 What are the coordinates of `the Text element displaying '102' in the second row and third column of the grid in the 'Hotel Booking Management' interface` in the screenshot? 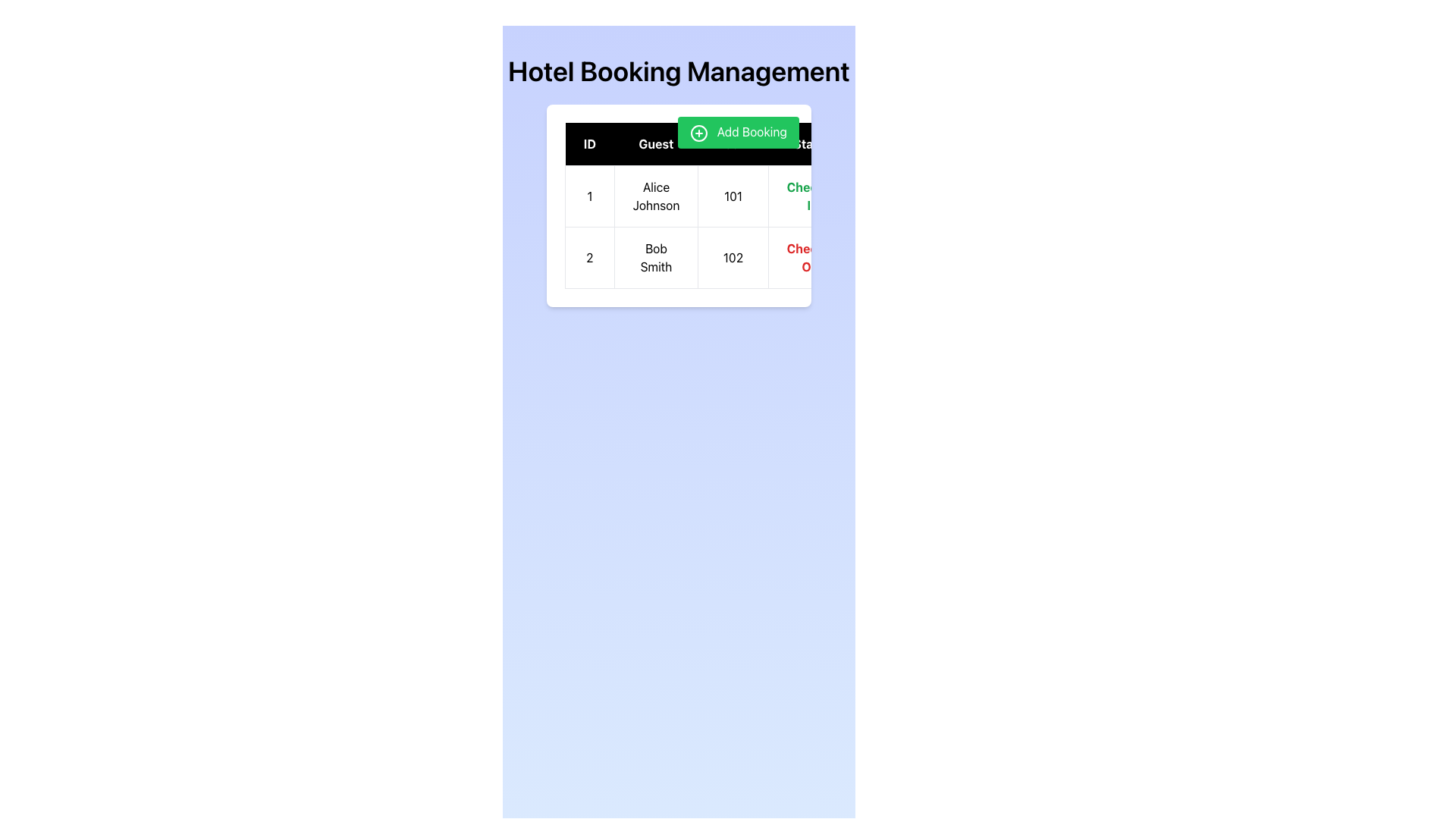 It's located at (733, 256).